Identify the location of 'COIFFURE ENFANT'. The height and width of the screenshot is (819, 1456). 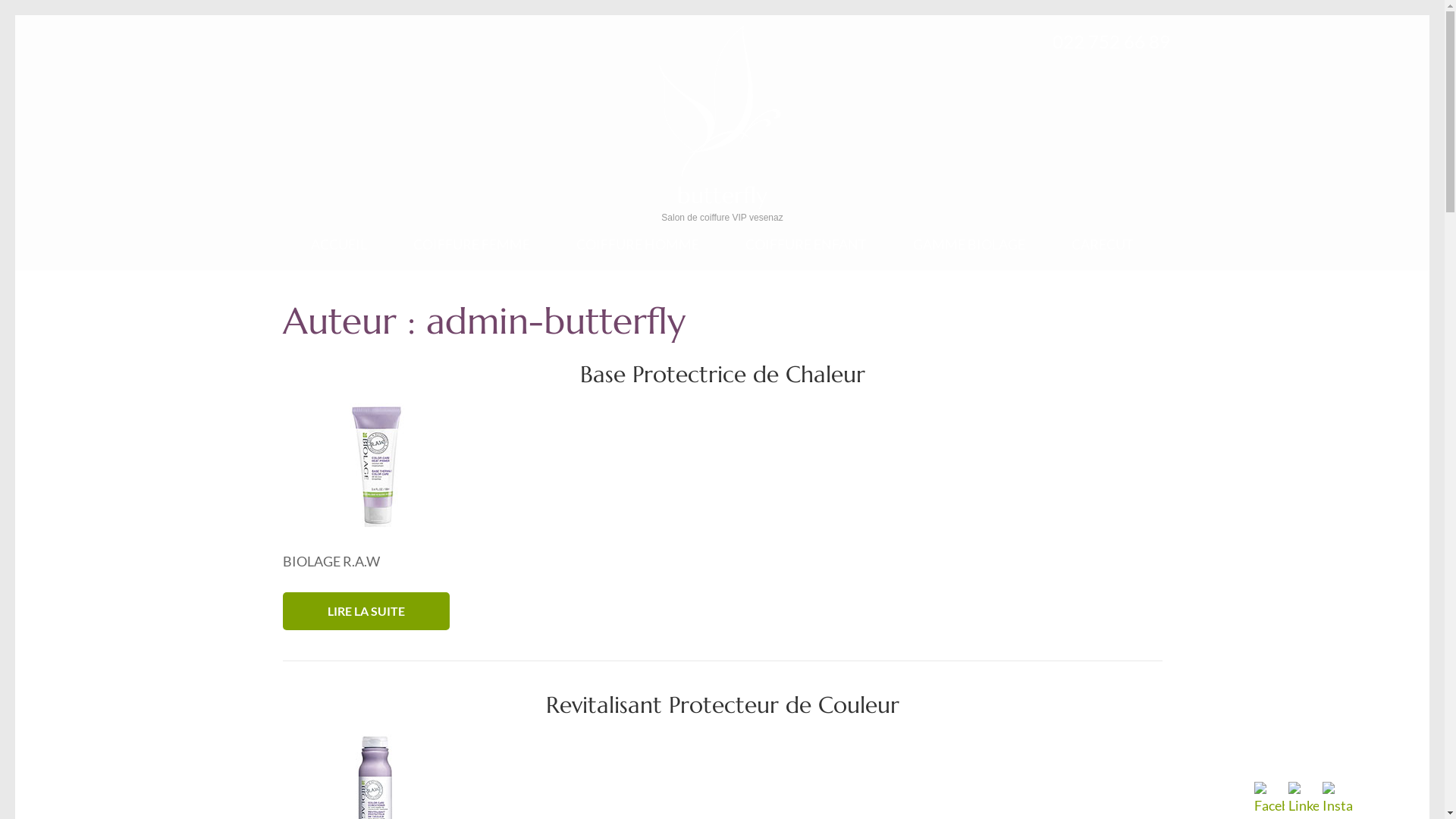
(805, 253).